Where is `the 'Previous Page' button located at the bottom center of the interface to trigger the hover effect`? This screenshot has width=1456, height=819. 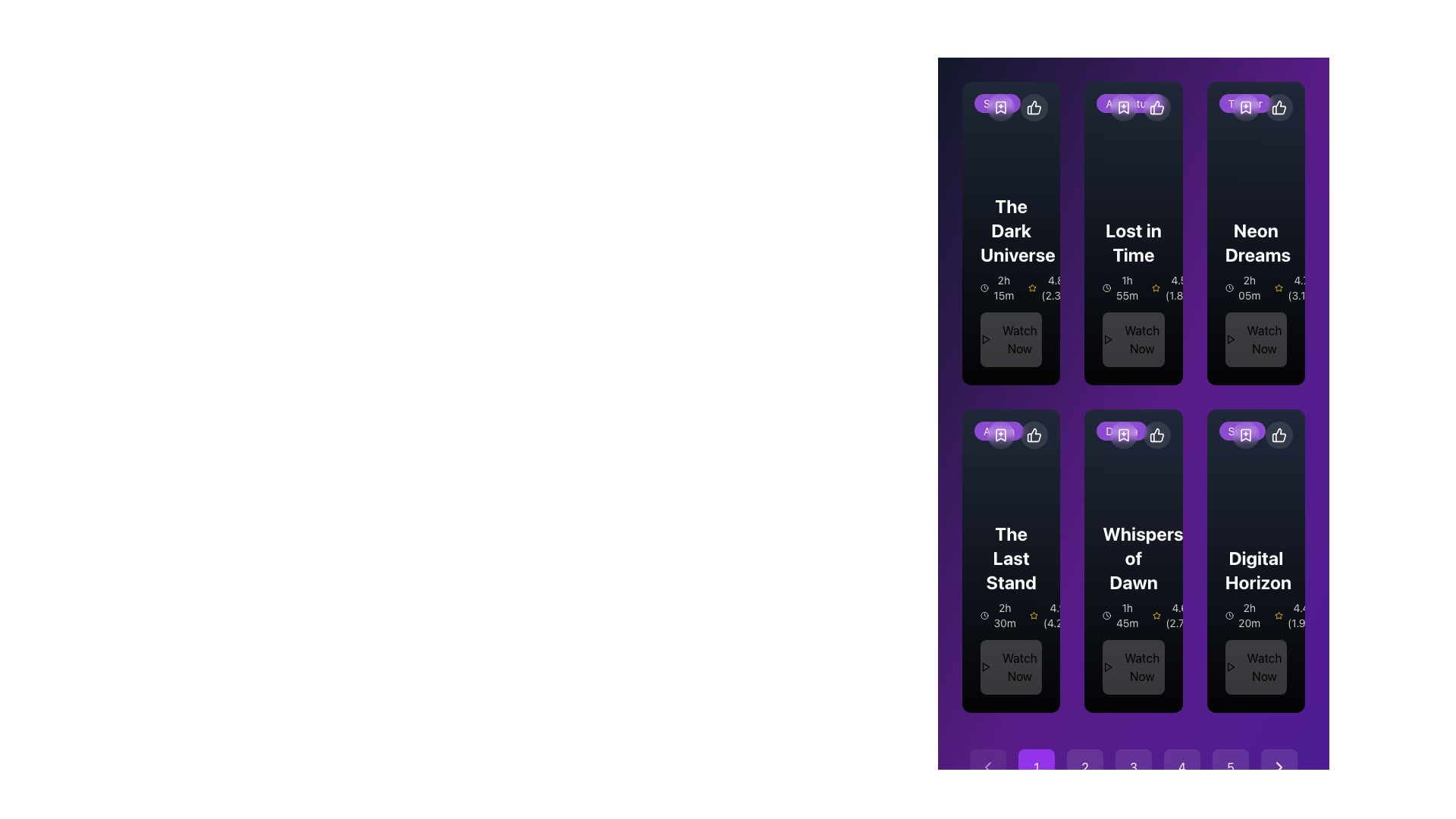 the 'Previous Page' button located at the bottom center of the interface to trigger the hover effect is located at coordinates (987, 767).